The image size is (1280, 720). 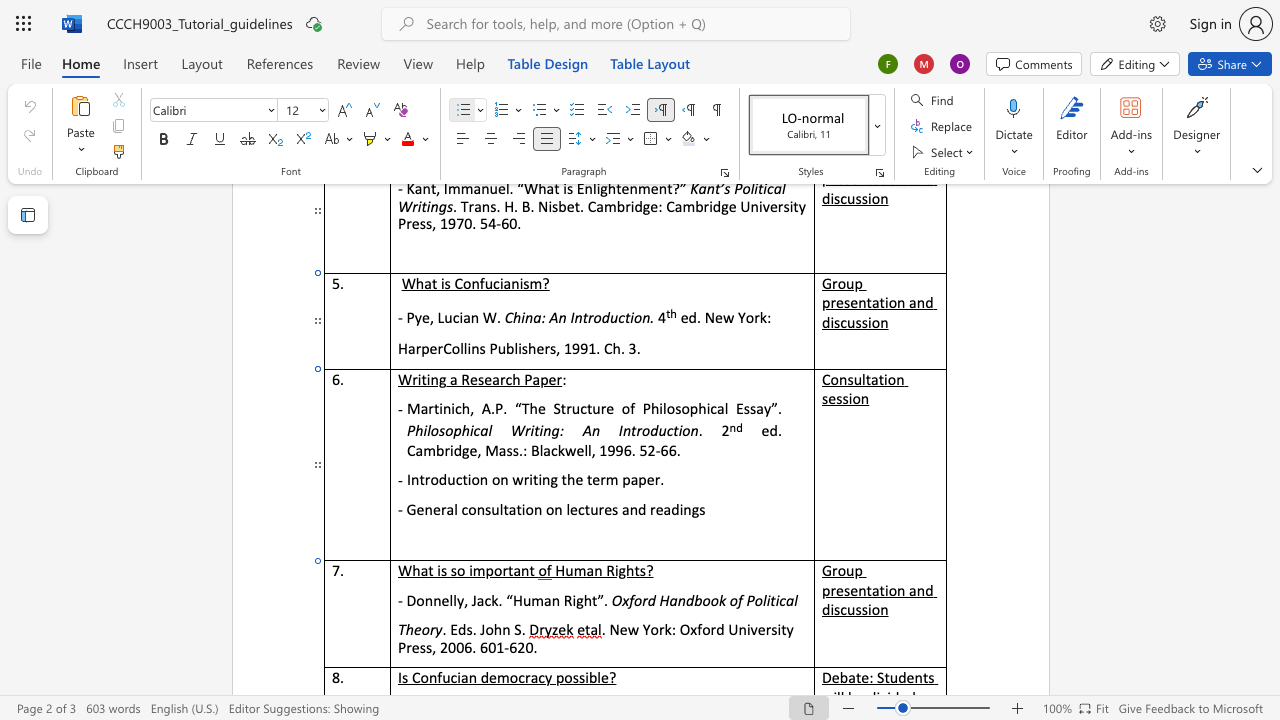 What do you see at coordinates (632, 570) in the screenshot?
I see `the space between the continuous character "h" and "t" in the text` at bounding box center [632, 570].